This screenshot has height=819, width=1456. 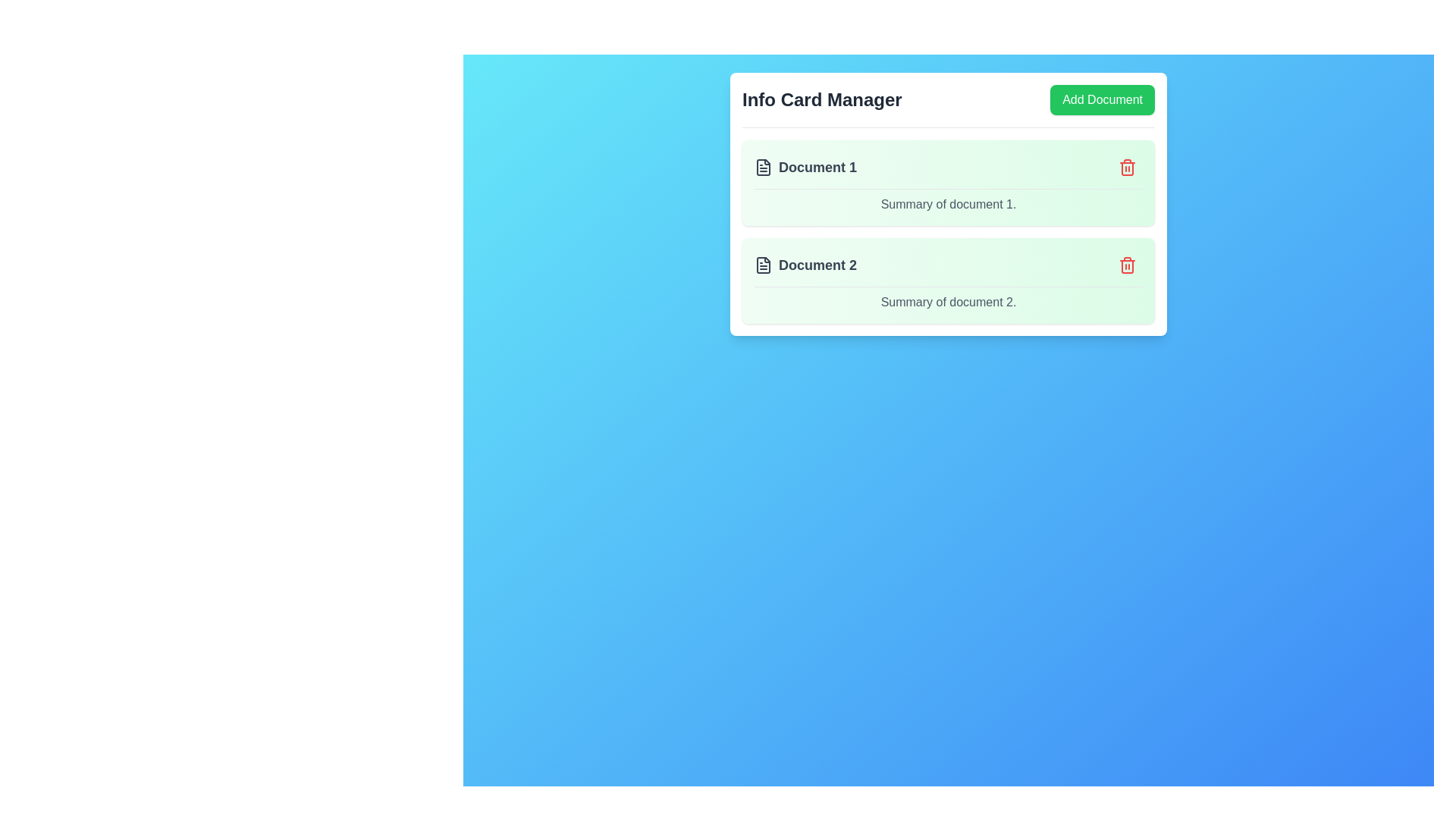 I want to click on the red trash bin icon button on the far-right side of the 'Document 1' list item, so click(x=1128, y=167).